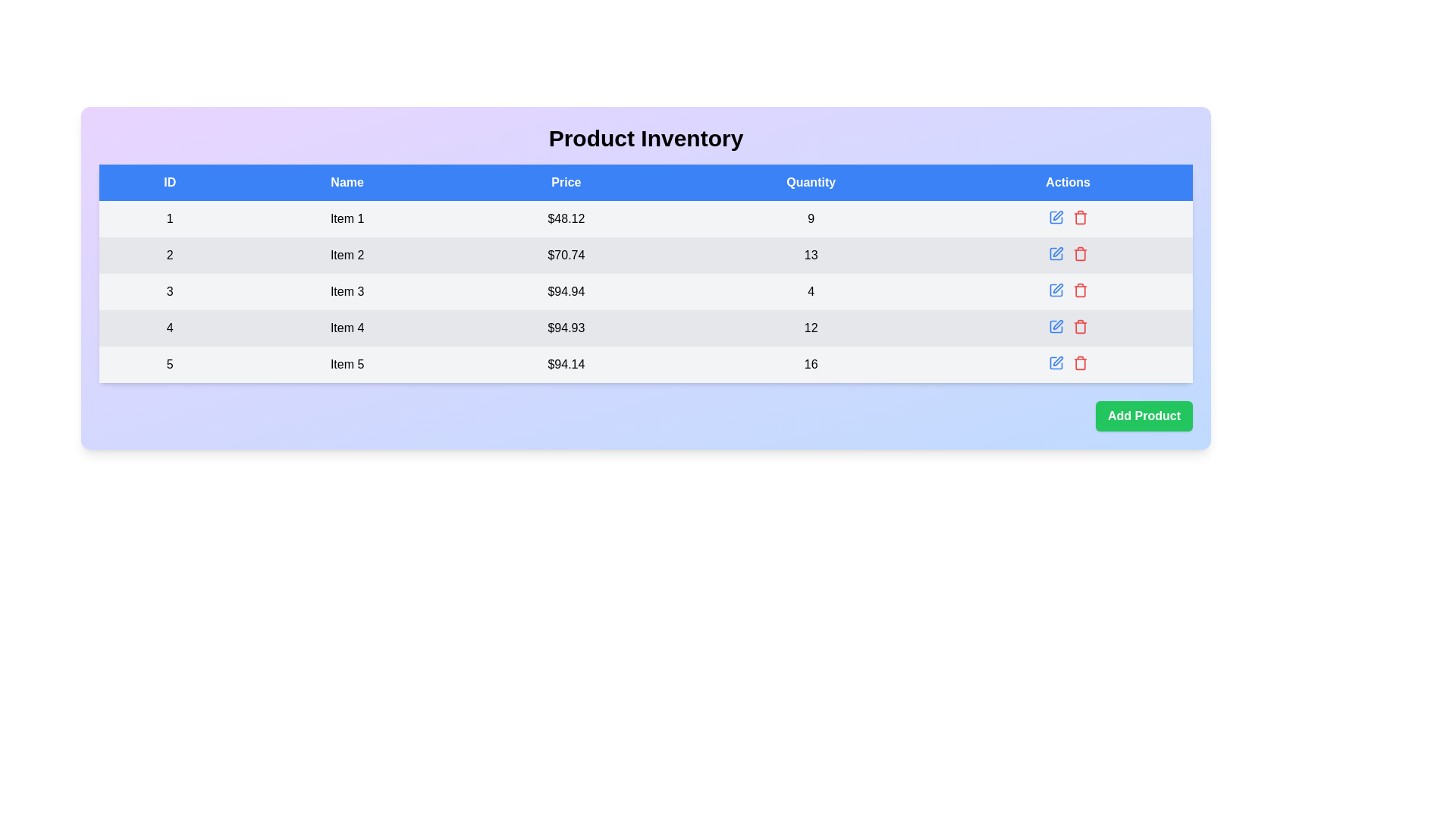 The width and height of the screenshot is (1456, 819). Describe the element at coordinates (1057, 250) in the screenshot. I see `the edit icon located in the 'Actions' column of the second table row, adjacent to the trash bin icon, to initiate the edit action for 'Item 2'` at that location.